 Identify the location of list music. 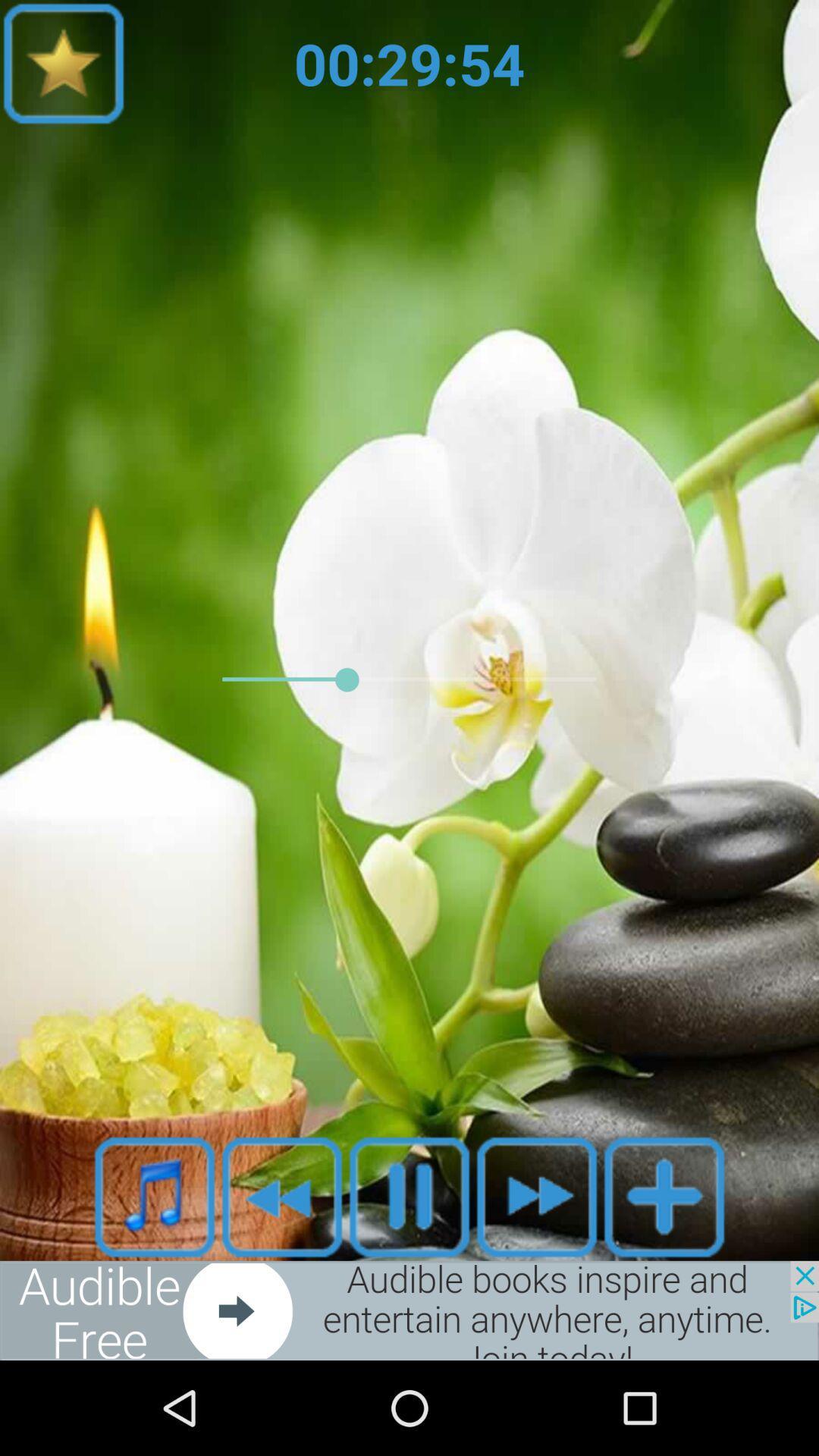
(155, 1196).